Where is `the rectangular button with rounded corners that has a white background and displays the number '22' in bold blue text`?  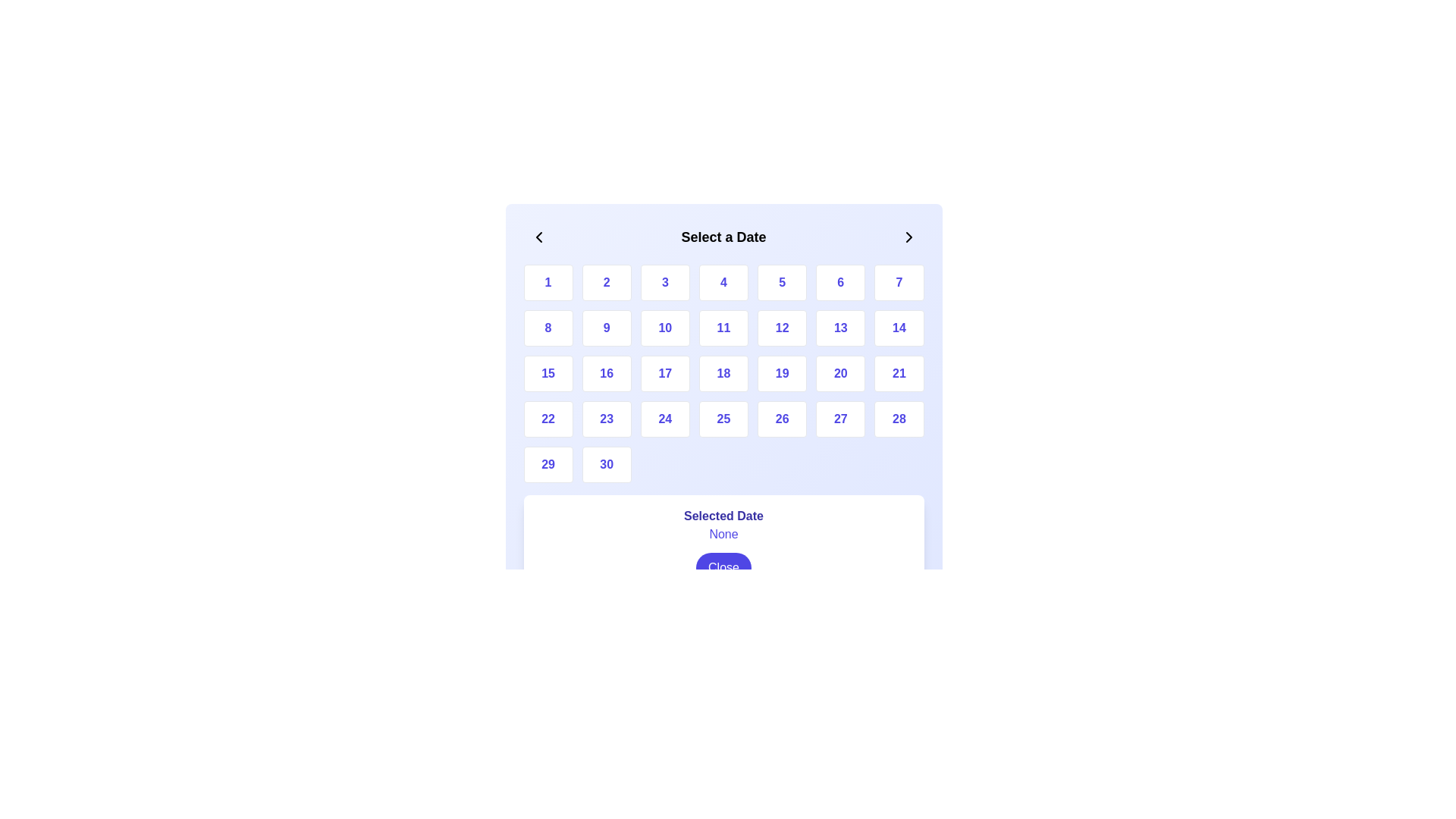
the rectangular button with rounded corners that has a white background and displays the number '22' in bold blue text is located at coordinates (548, 419).